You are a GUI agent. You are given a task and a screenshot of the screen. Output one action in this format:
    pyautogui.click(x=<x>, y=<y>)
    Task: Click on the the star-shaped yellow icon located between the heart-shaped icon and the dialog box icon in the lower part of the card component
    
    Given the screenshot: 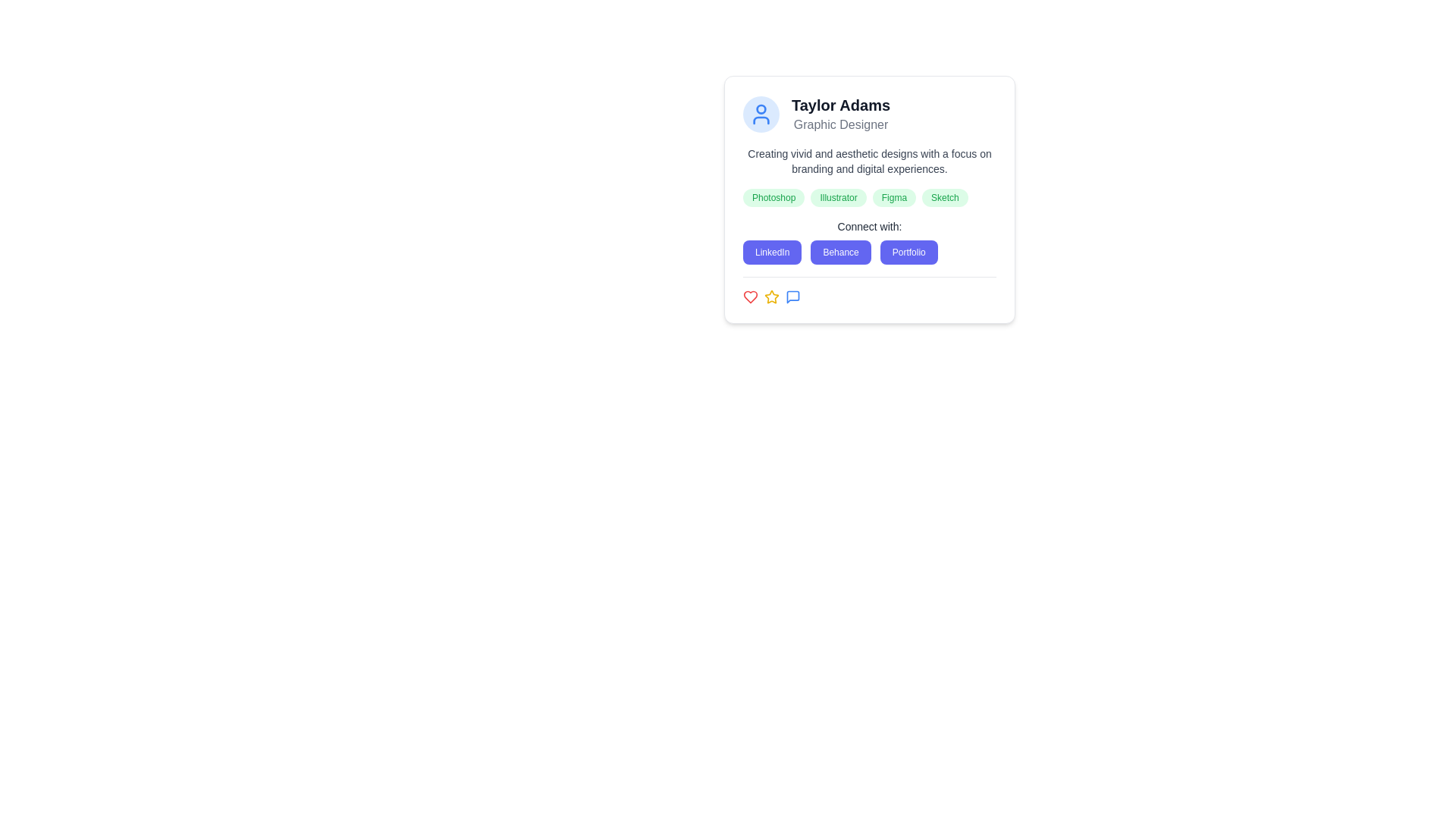 What is the action you would take?
    pyautogui.click(x=771, y=297)
    